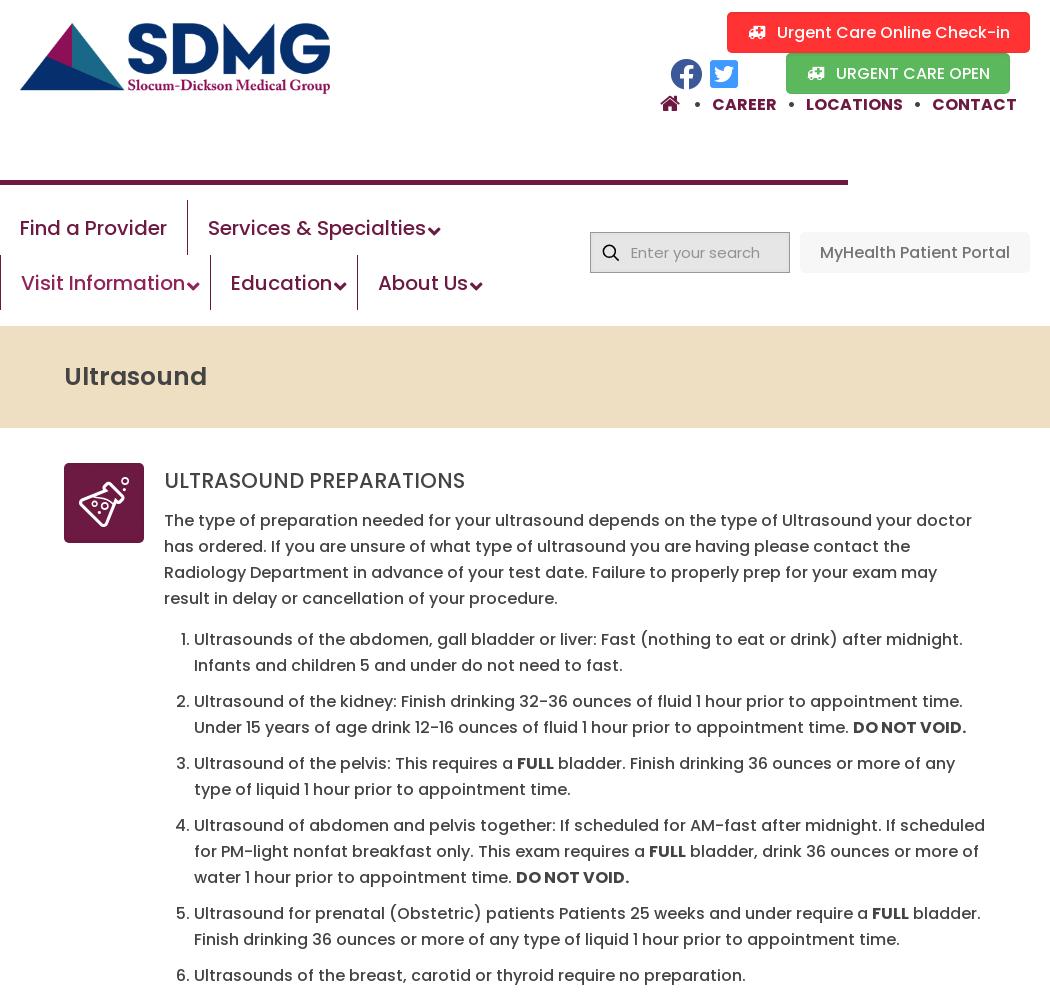 The image size is (1050, 1000). What do you see at coordinates (354, 763) in the screenshot?
I see `'Ultrasound of the pelvis: This requires a'` at bounding box center [354, 763].